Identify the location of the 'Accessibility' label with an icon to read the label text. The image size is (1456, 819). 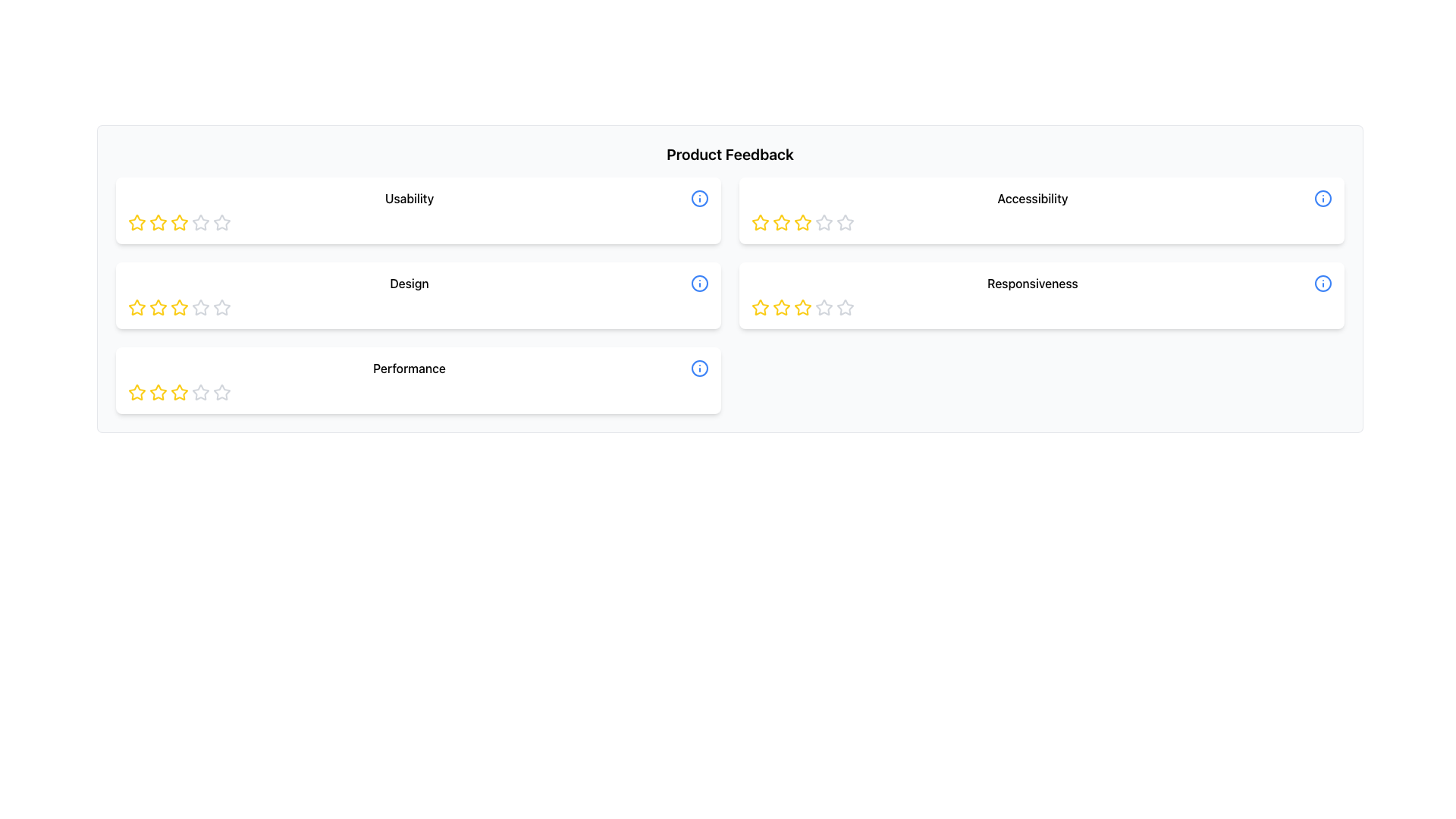
(1040, 198).